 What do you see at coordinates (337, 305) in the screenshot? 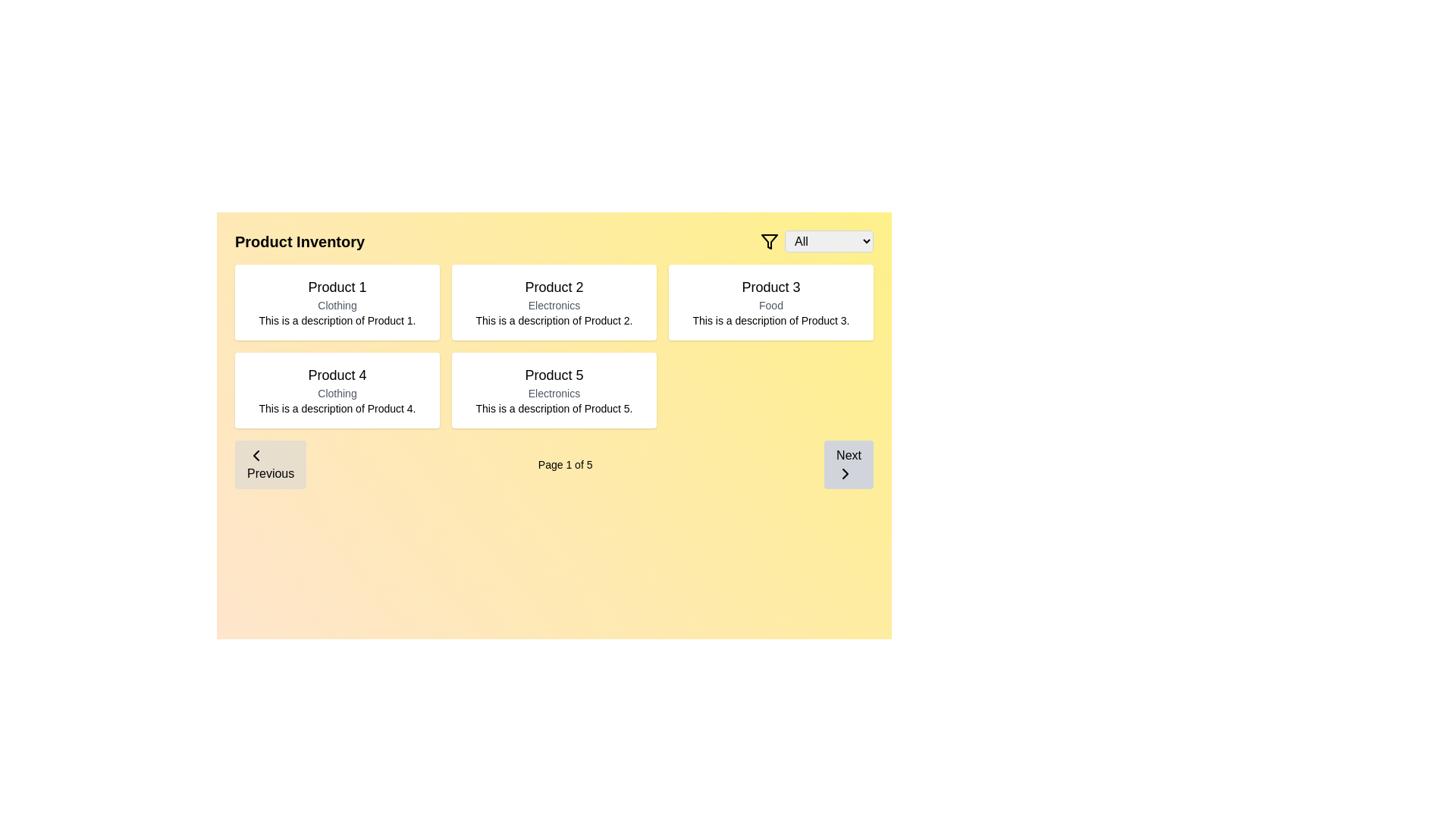
I see `the 'Clothing' text label, which is a smaller-sized gray font indicating a category for the item associated with 'Product 1'` at bounding box center [337, 305].